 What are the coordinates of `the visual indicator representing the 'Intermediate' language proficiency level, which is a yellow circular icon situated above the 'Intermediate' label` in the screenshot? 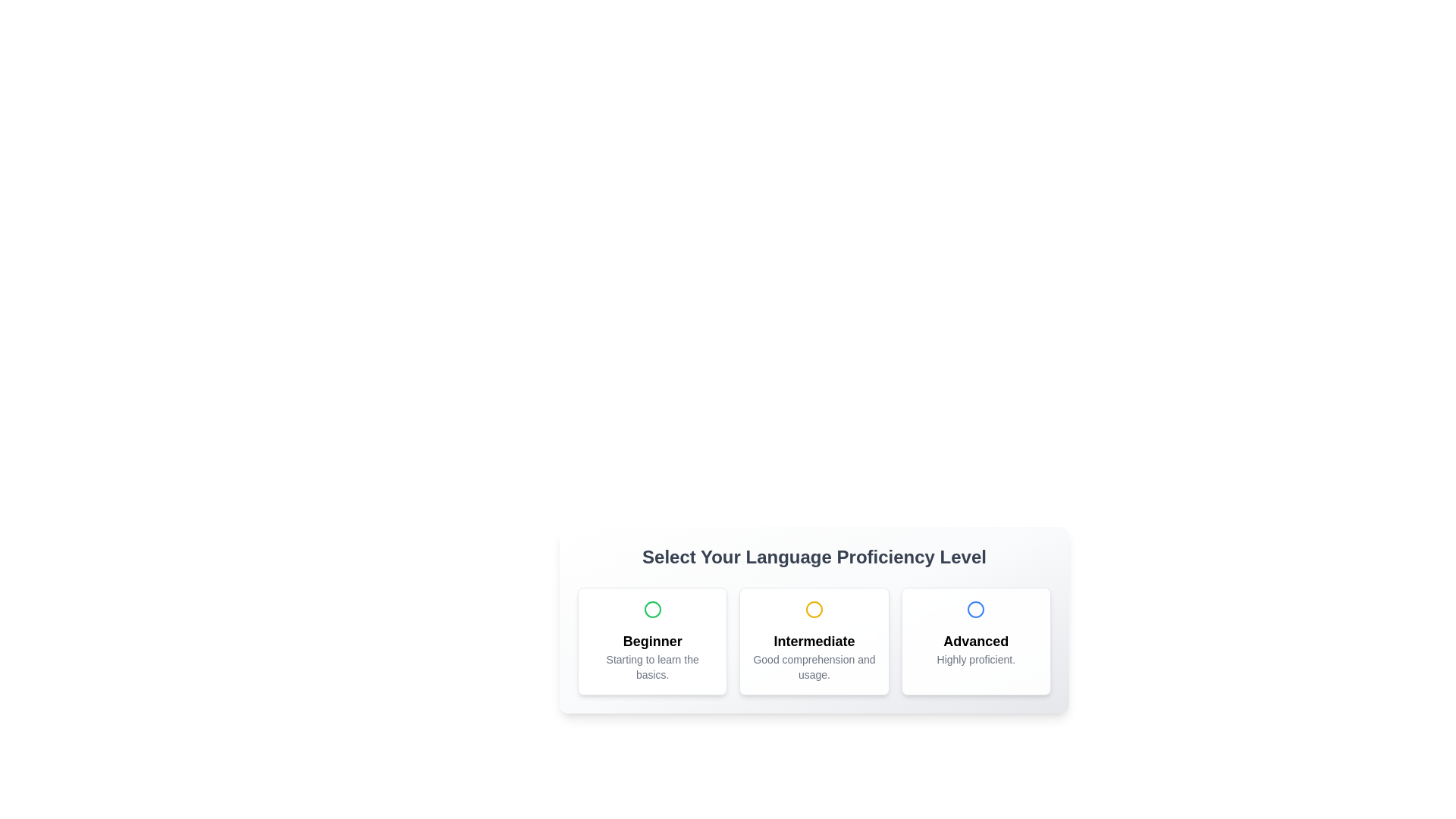 It's located at (814, 608).